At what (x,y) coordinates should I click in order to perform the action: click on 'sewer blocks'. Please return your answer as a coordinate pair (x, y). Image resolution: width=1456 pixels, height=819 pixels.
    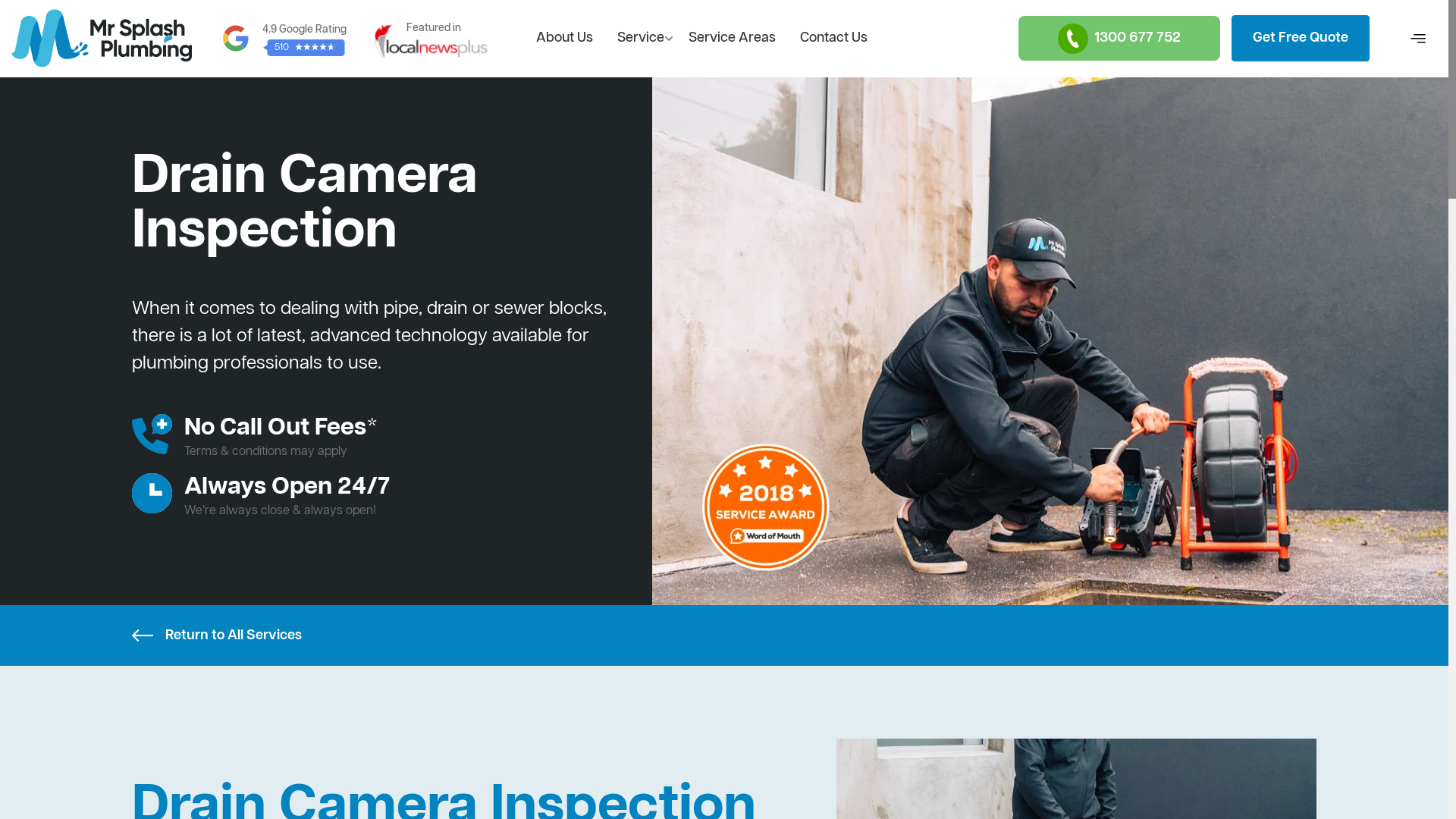
    Looking at the image, I should click on (548, 309).